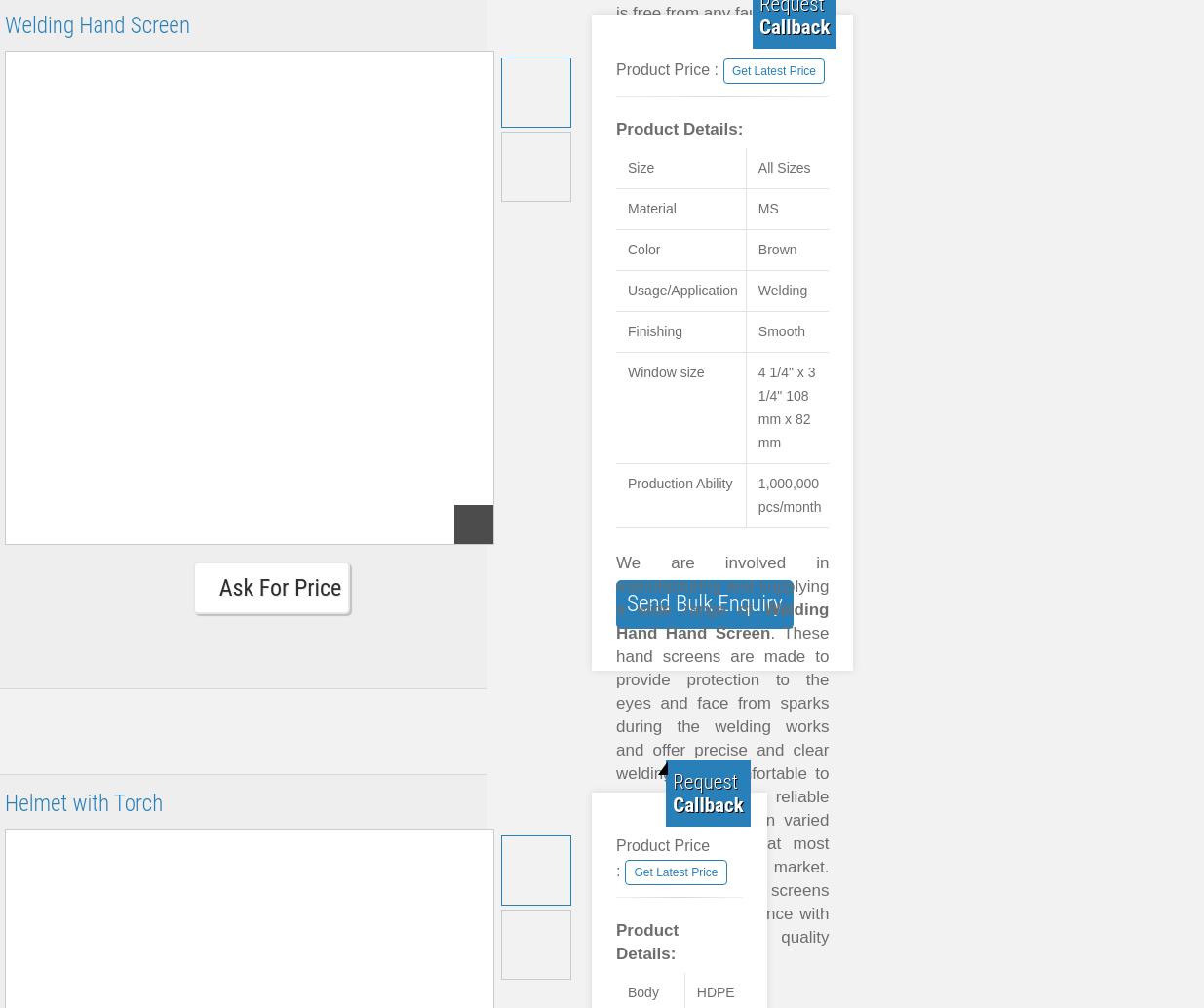  What do you see at coordinates (642, 223) in the screenshot?
I see `'Perfect finish'` at bounding box center [642, 223].